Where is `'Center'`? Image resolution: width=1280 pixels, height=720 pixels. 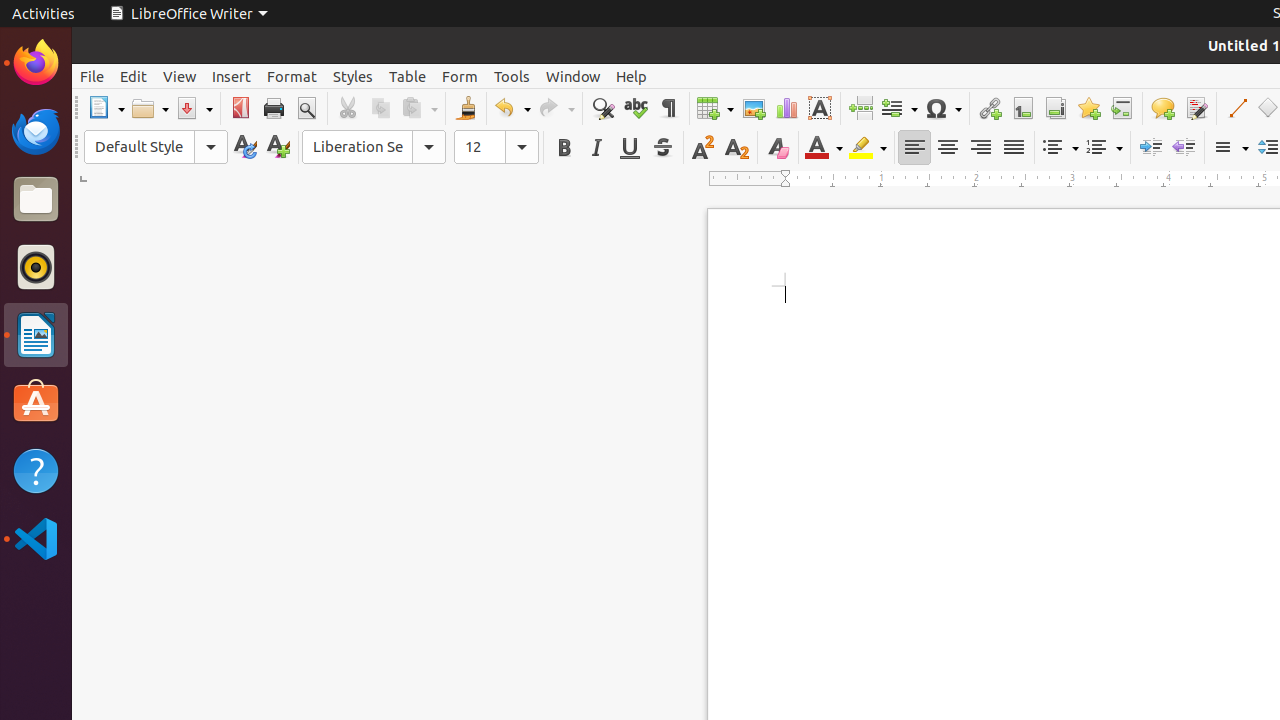
'Center' is located at coordinates (946, 146).